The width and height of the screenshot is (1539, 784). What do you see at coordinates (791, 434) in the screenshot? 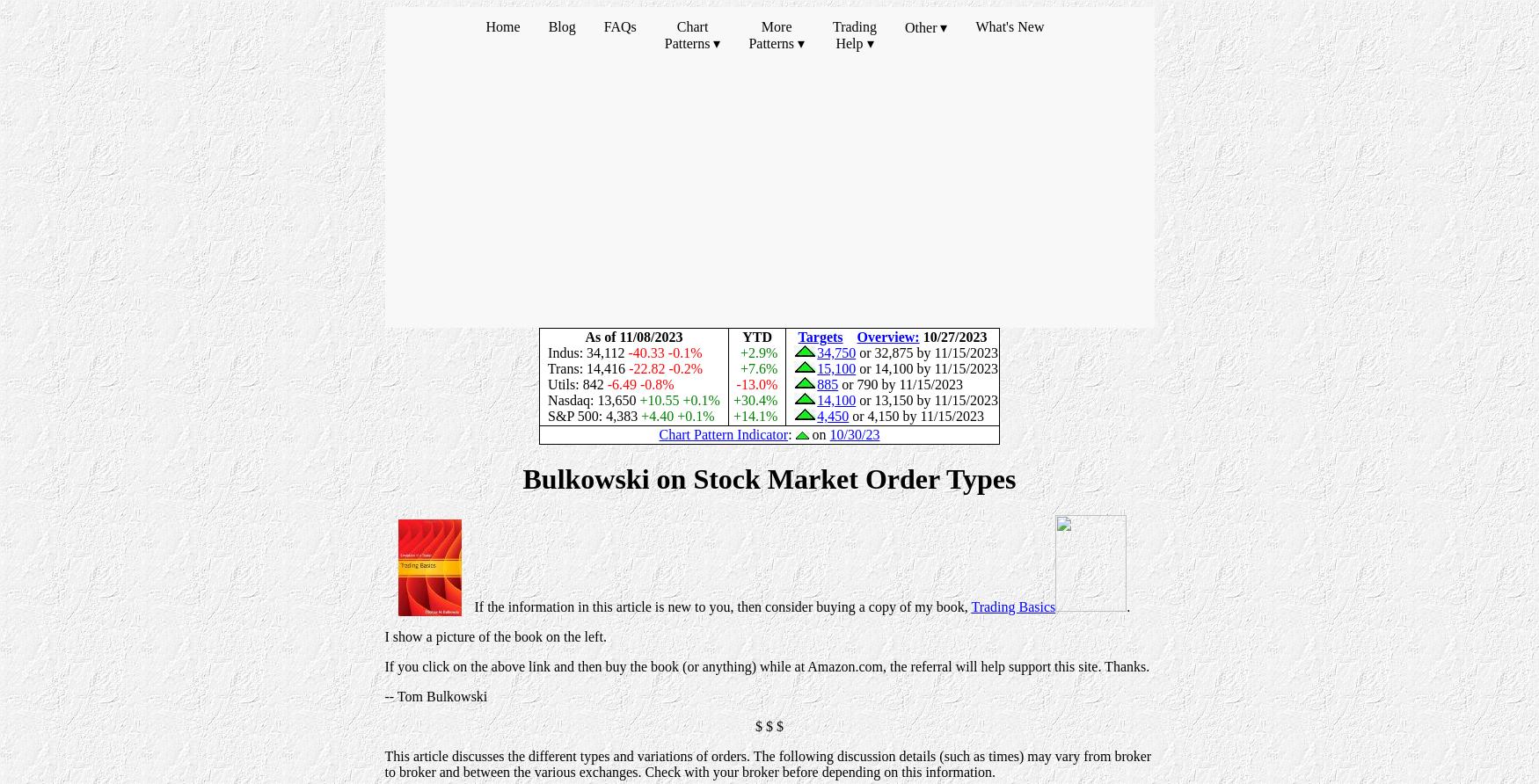
I see `':'` at bounding box center [791, 434].